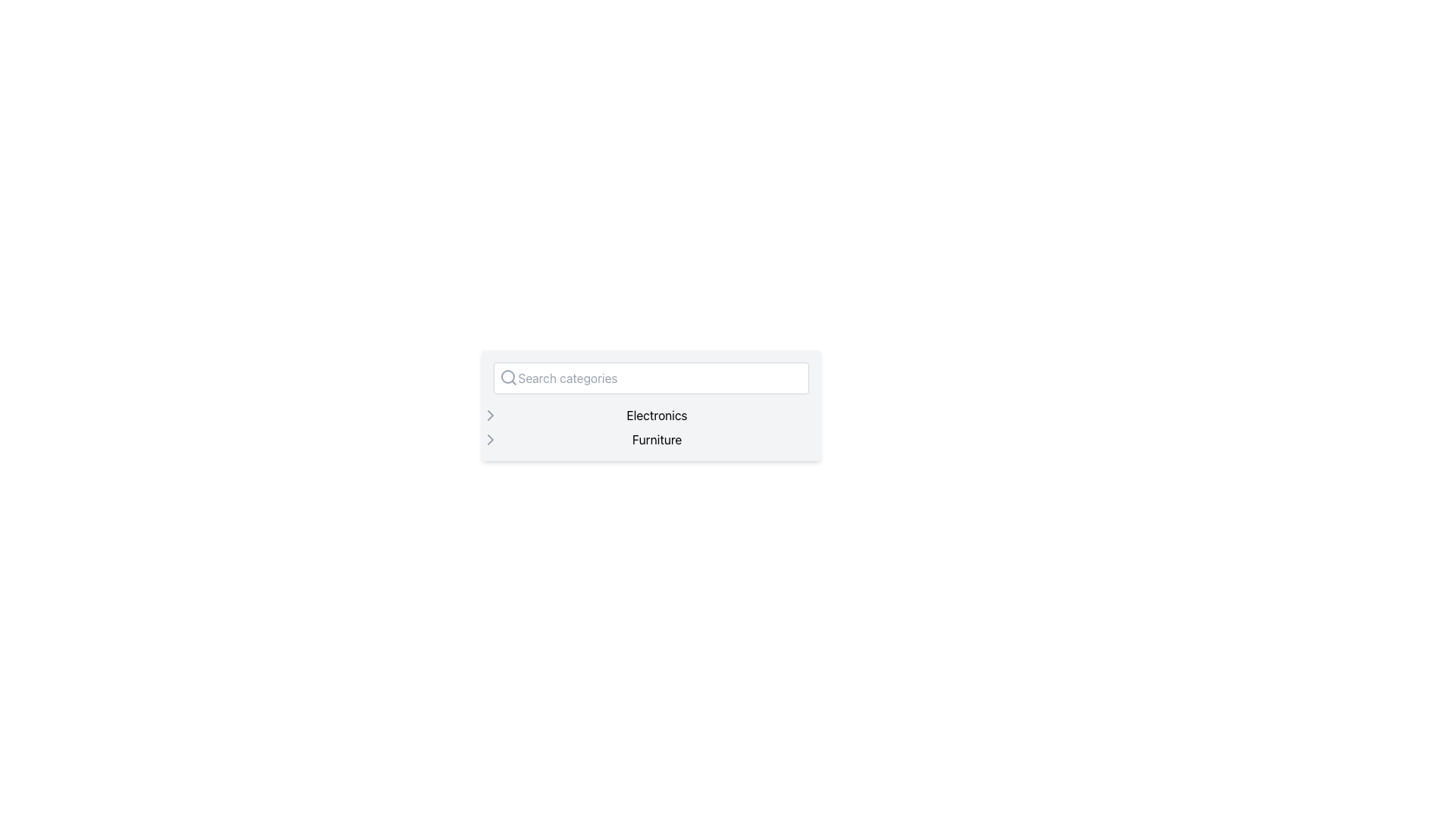 This screenshot has width=1456, height=819. I want to click on the second item in the dropdown menu labeled 'Furniture', so click(651, 439).